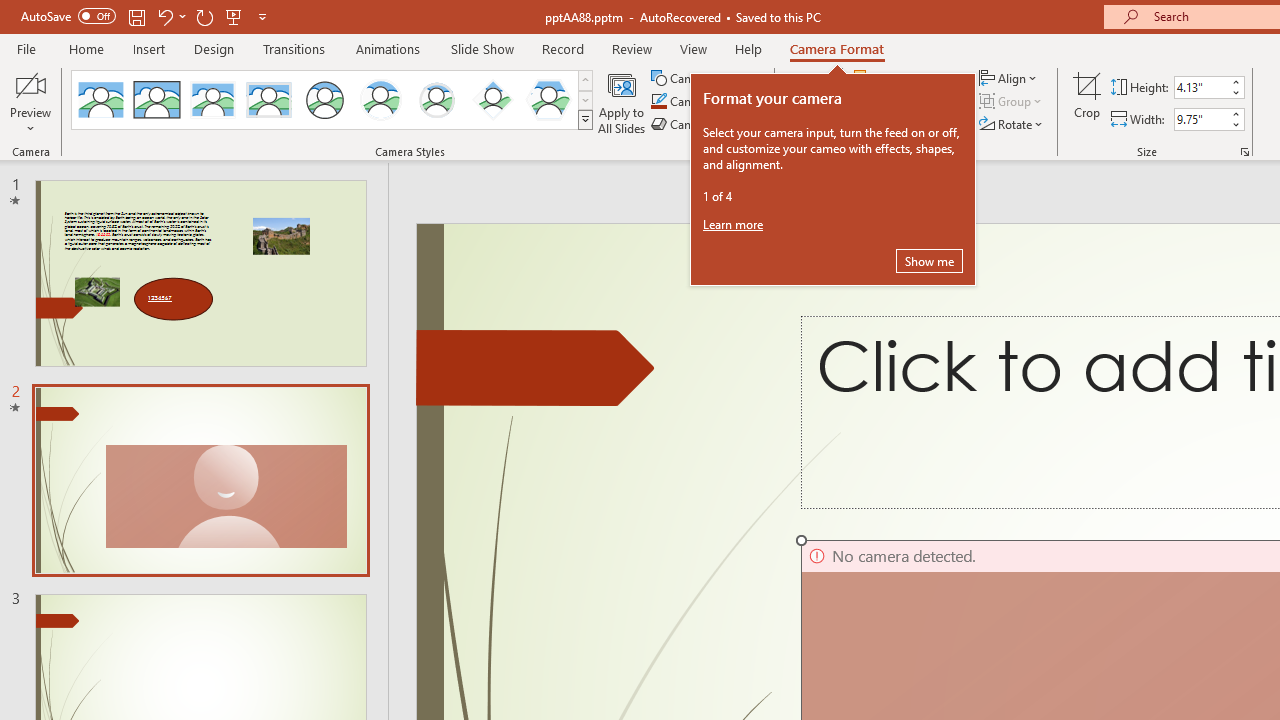 This screenshot has width=1280, height=720. Describe the element at coordinates (267, 100) in the screenshot. I see `'Soft Edge Rectangle'` at that location.